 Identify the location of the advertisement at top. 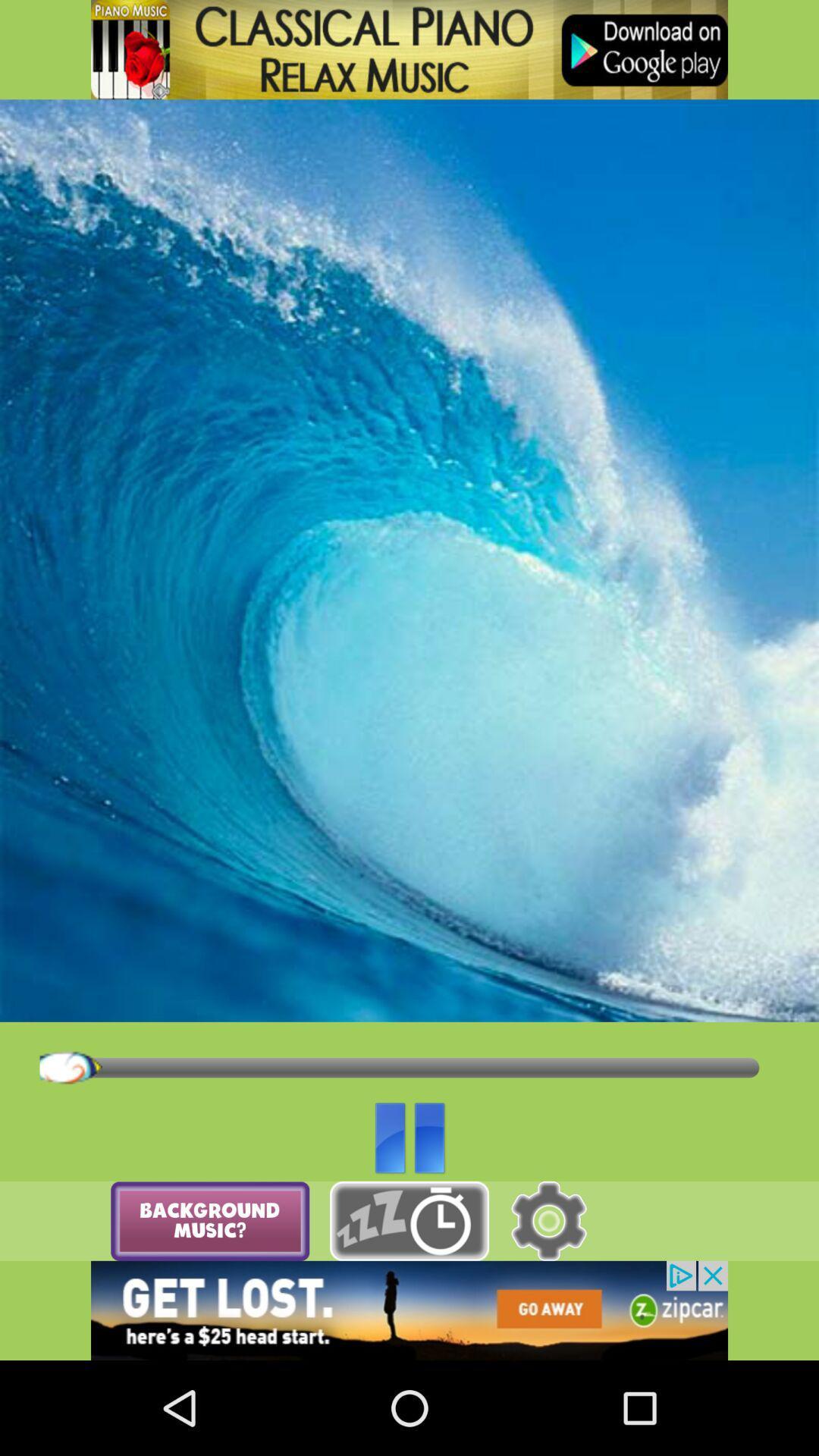
(409, 49).